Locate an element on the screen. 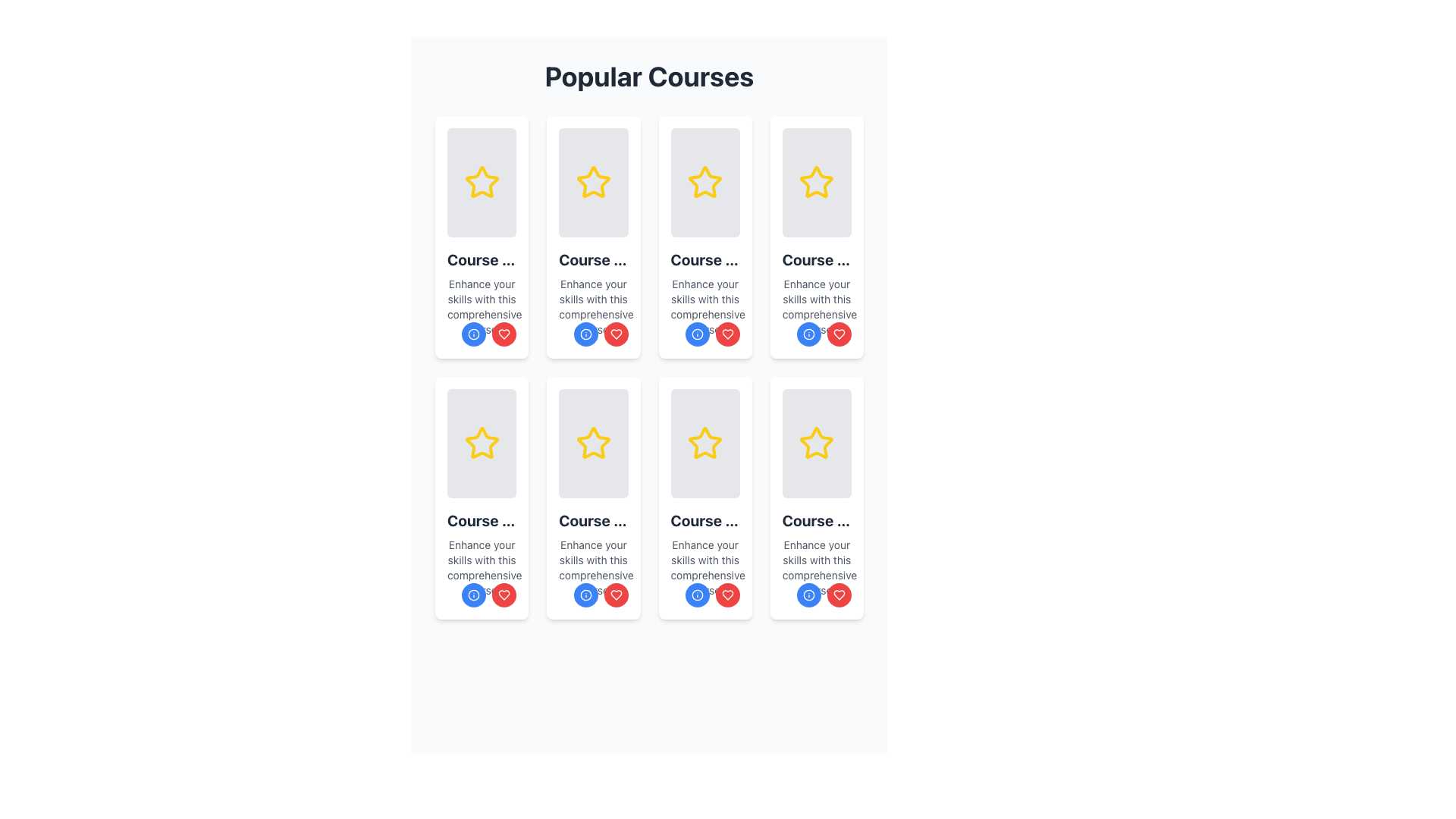 This screenshot has width=1456, height=819. the Circular Icon located under the course description text in the course card, which serves as a status indicator or interactive feature is located at coordinates (473, 333).